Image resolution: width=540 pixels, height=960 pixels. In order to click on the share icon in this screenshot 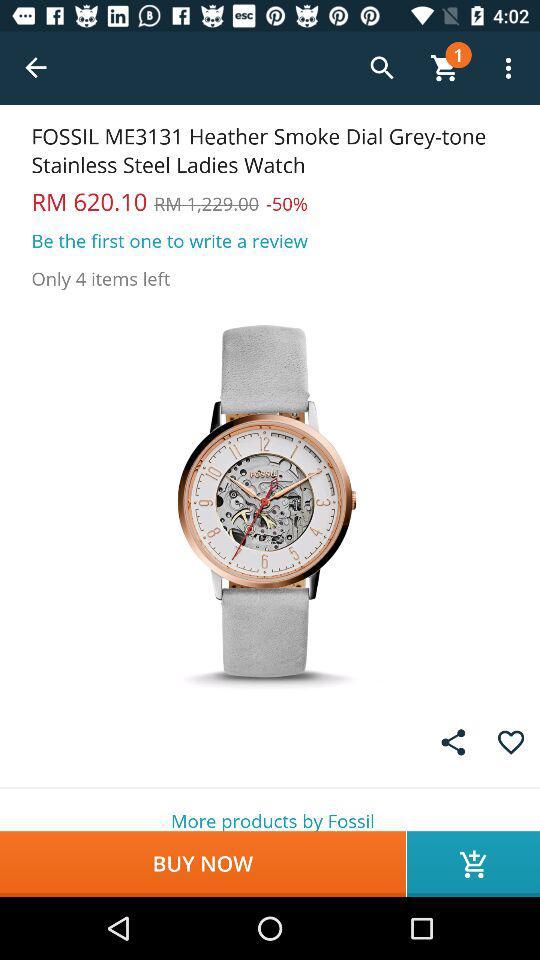, I will do `click(453, 741)`.